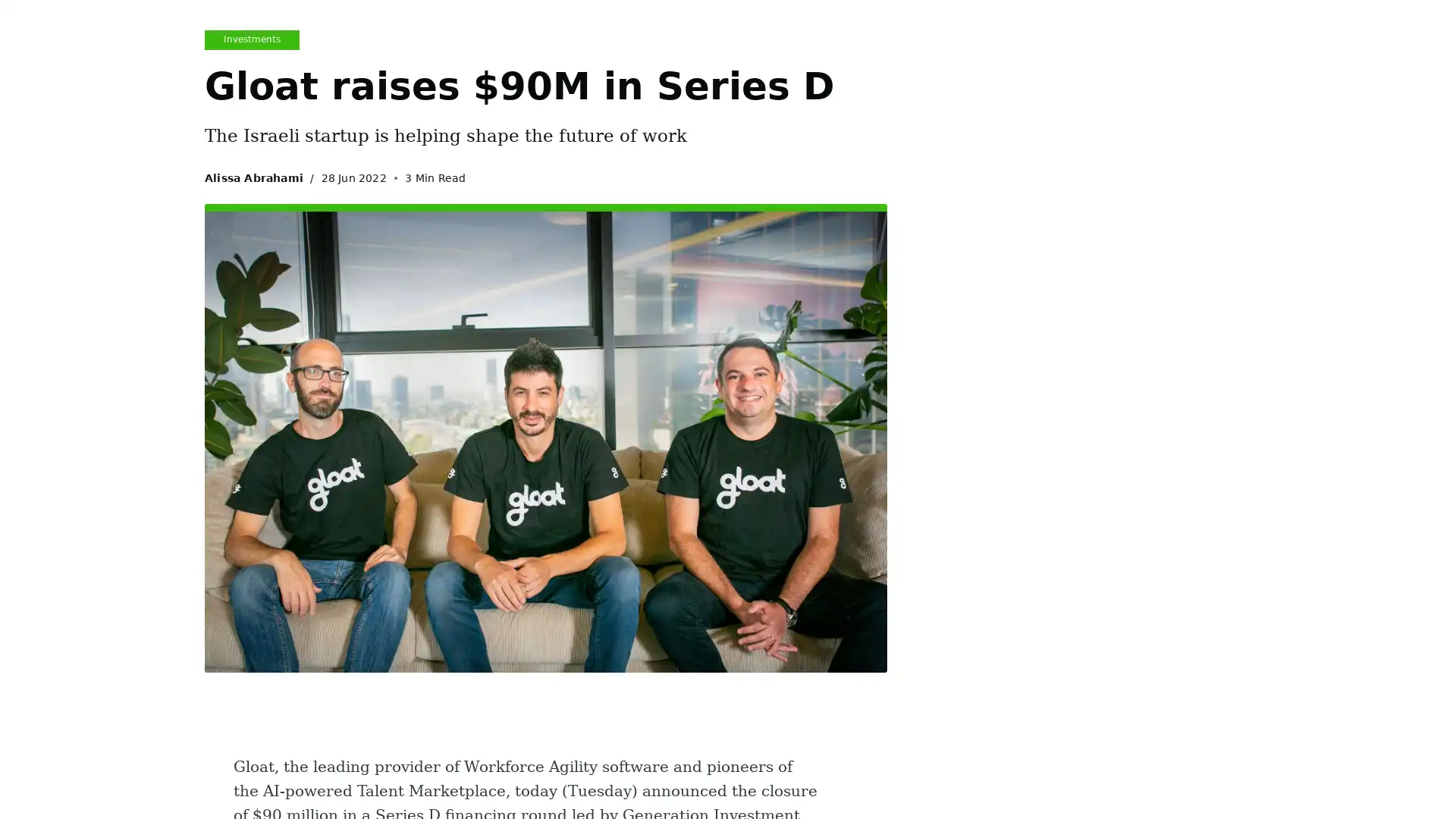 This screenshot has width=1456, height=819. Describe the element at coordinates (881, 430) in the screenshot. I see `Subscribe` at that location.